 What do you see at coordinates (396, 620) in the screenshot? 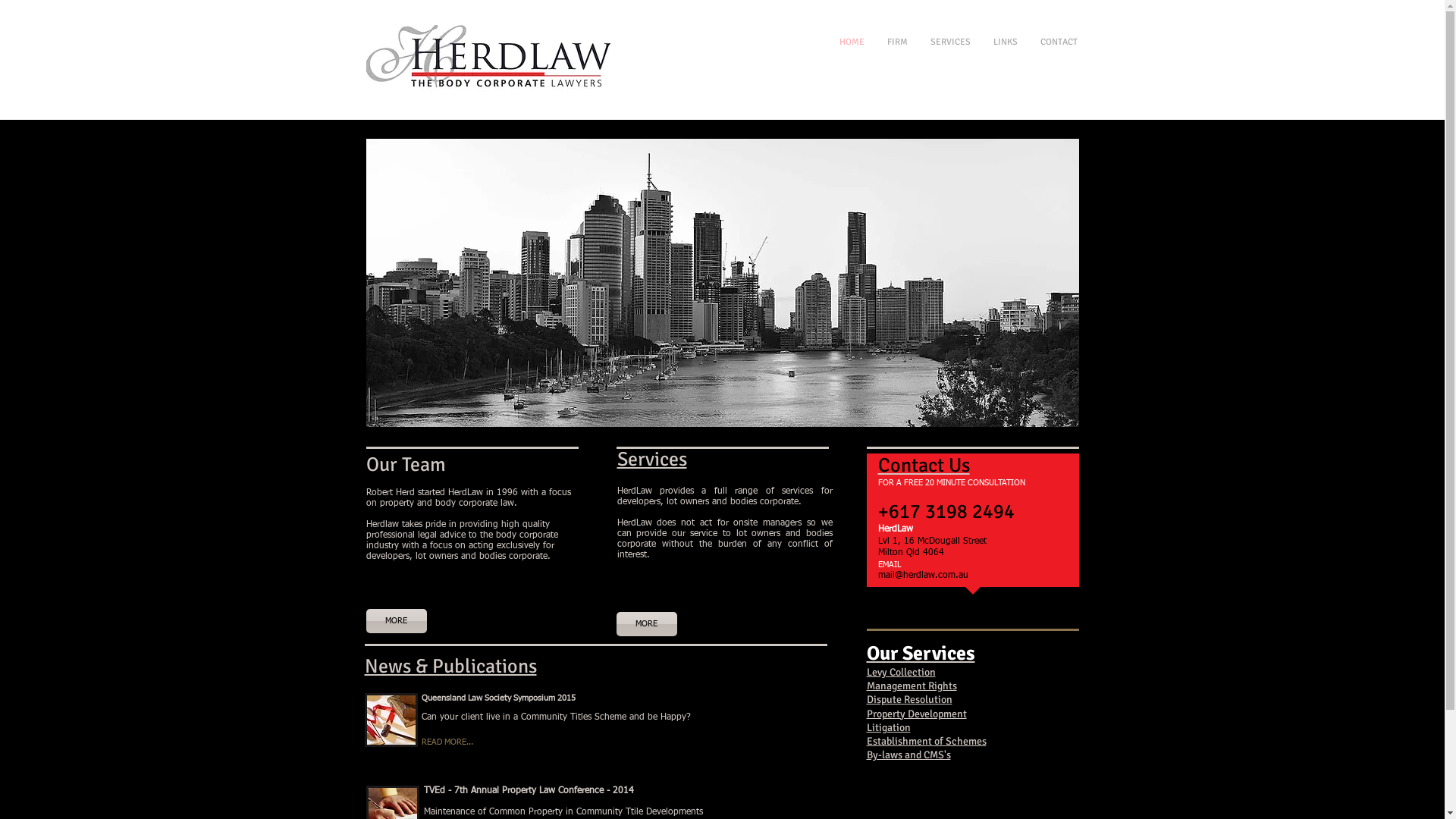
I see `'MORE'` at bounding box center [396, 620].